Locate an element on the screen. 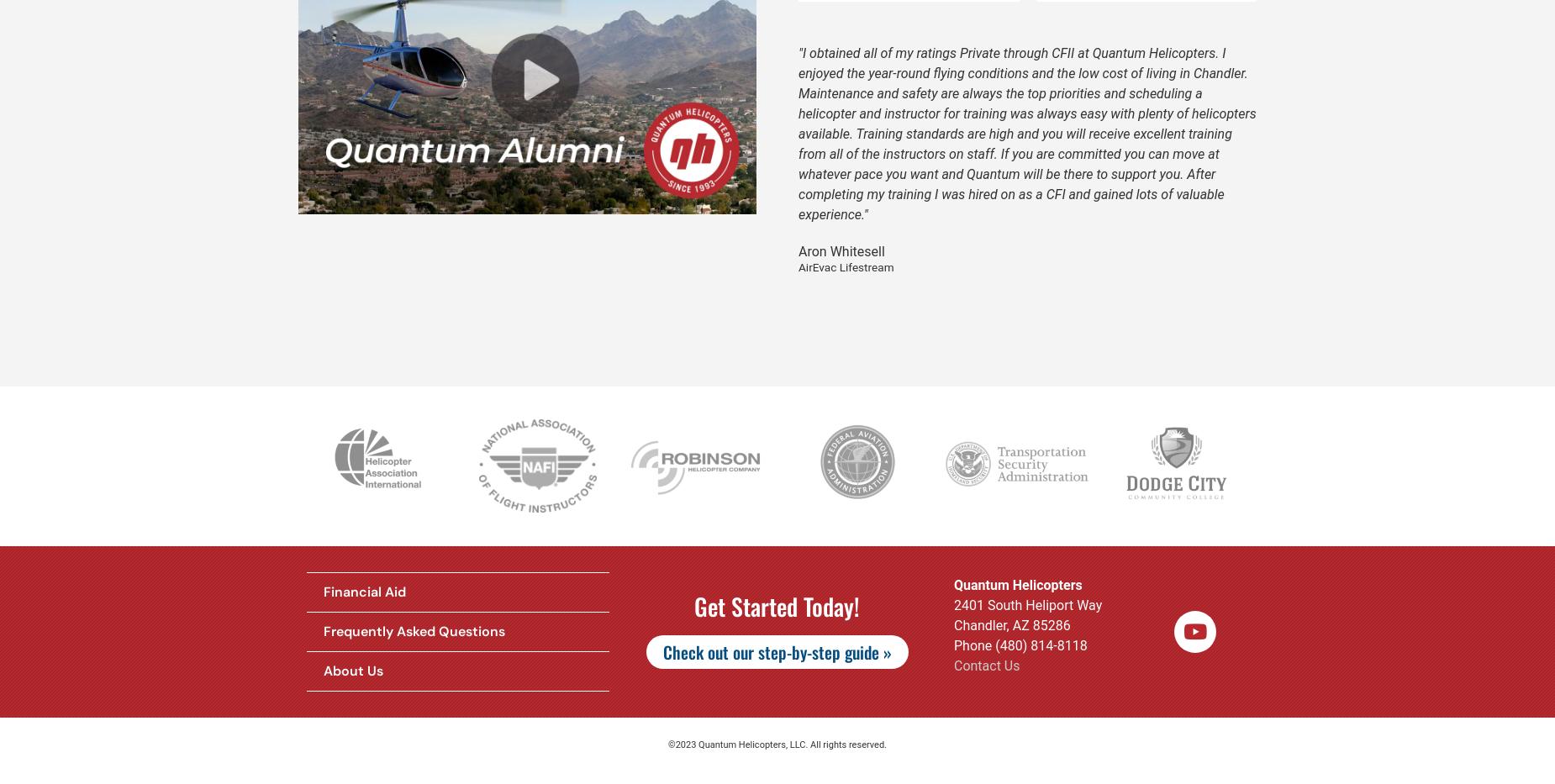 This screenshot has width=1555, height=784. 'Frequently Asked Questions' is located at coordinates (414, 629).